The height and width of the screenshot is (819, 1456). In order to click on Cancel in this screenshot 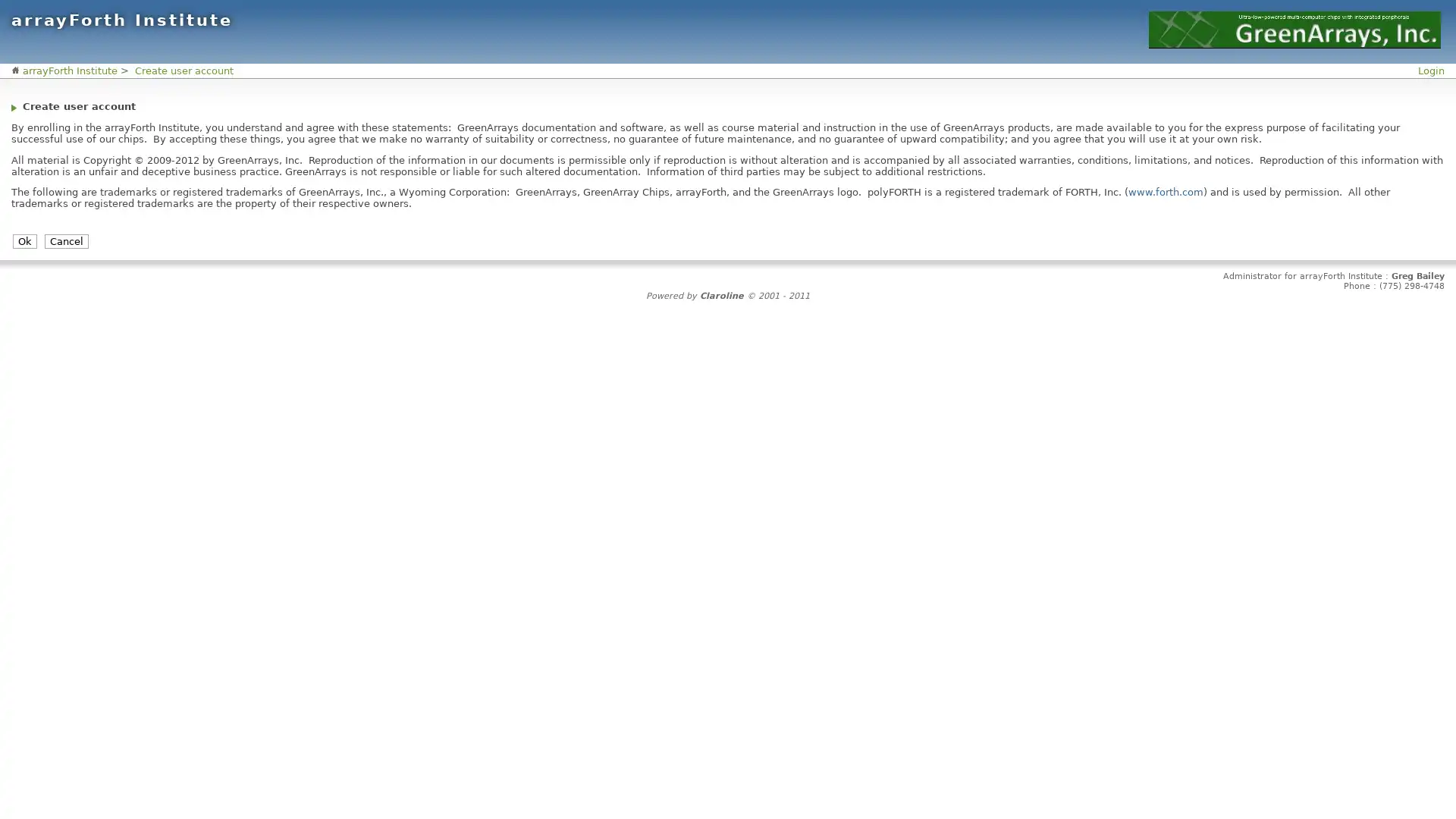, I will do `click(65, 240)`.